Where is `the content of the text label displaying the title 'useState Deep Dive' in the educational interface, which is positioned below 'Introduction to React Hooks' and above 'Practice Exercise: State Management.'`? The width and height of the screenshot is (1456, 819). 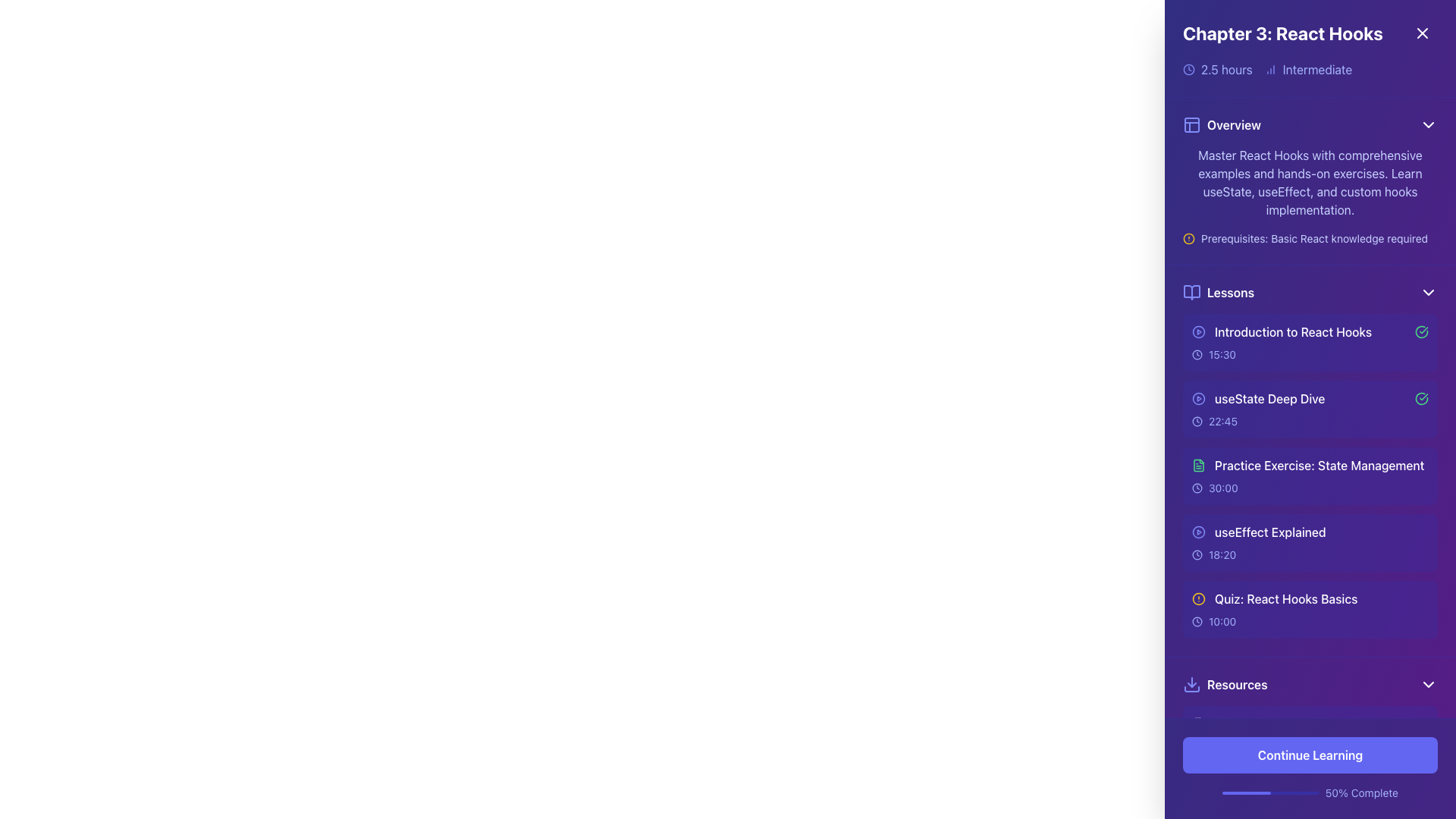
the content of the text label displaying the title 'useState Deep Dive' in the educational interface, which is positioned below 'Introduction to React Hooks' and above 'Practice Exercise: State Management.' is located at coordinates (1269, 397).